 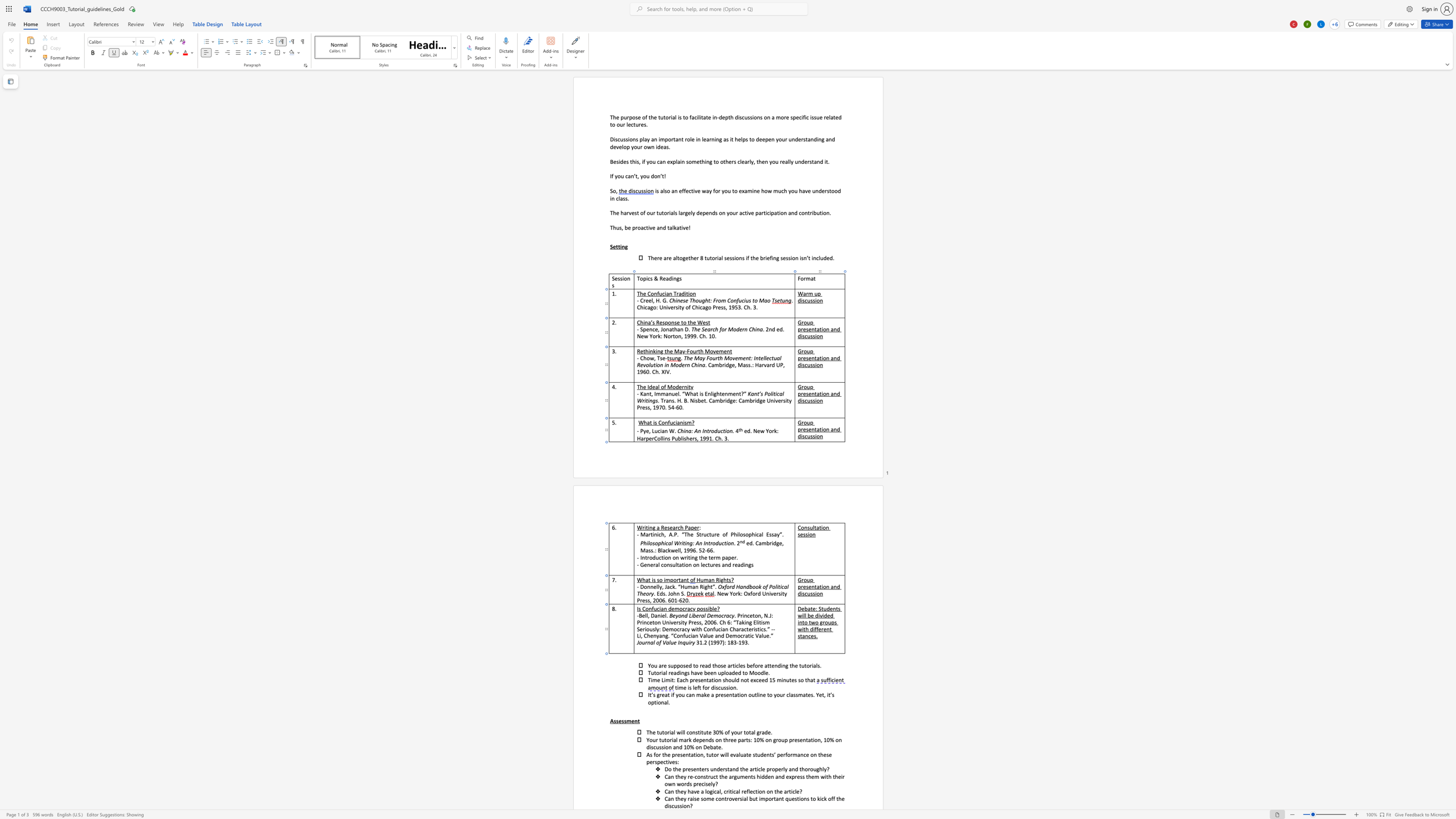 I want to click on the space between the continuous character "i" and "r" in the text, so click(x=690, y=642).